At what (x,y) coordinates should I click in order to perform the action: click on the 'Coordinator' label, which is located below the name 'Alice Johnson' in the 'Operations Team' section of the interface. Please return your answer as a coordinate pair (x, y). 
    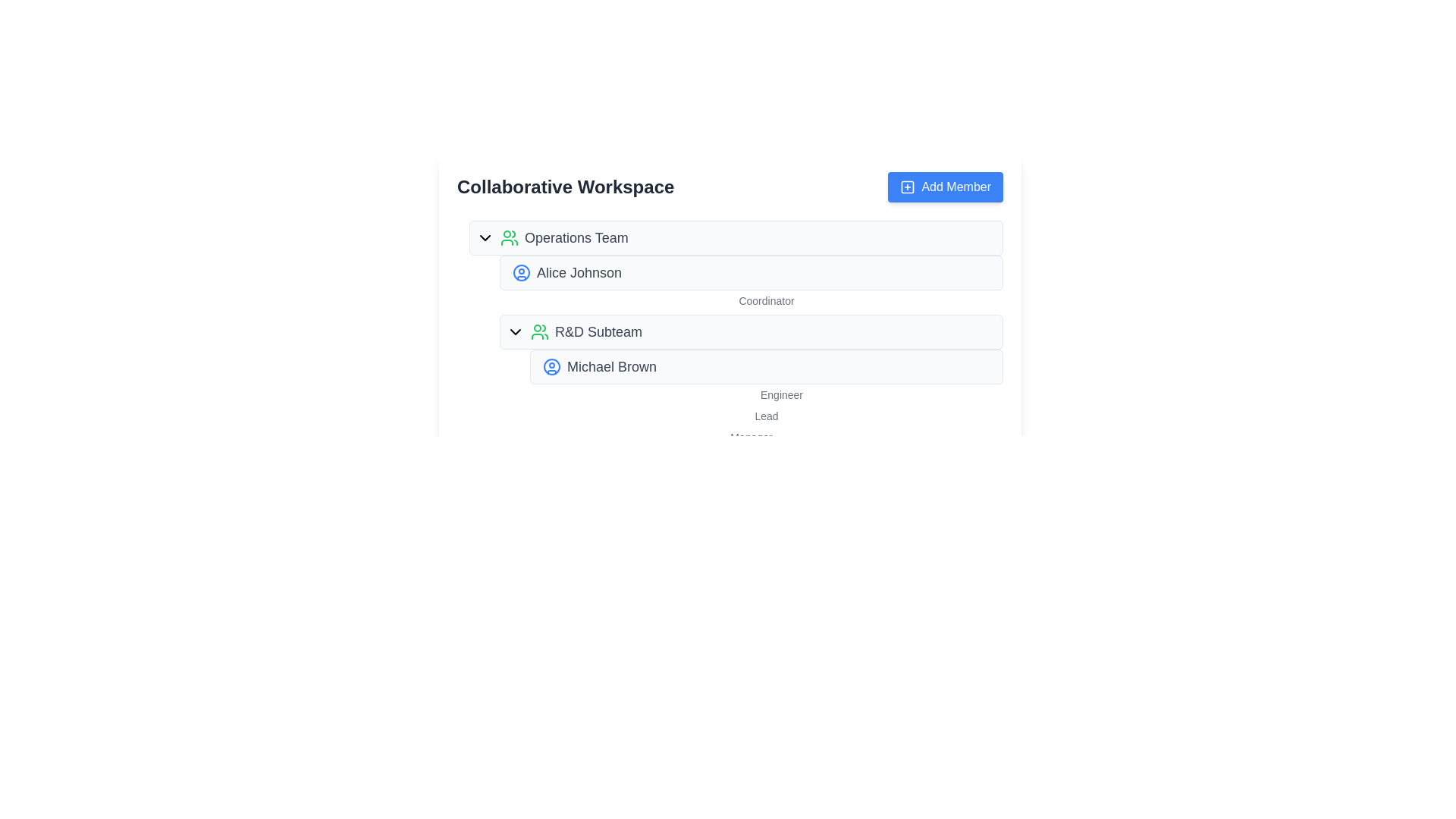
    Looking at the image, I should click on (767, 301).